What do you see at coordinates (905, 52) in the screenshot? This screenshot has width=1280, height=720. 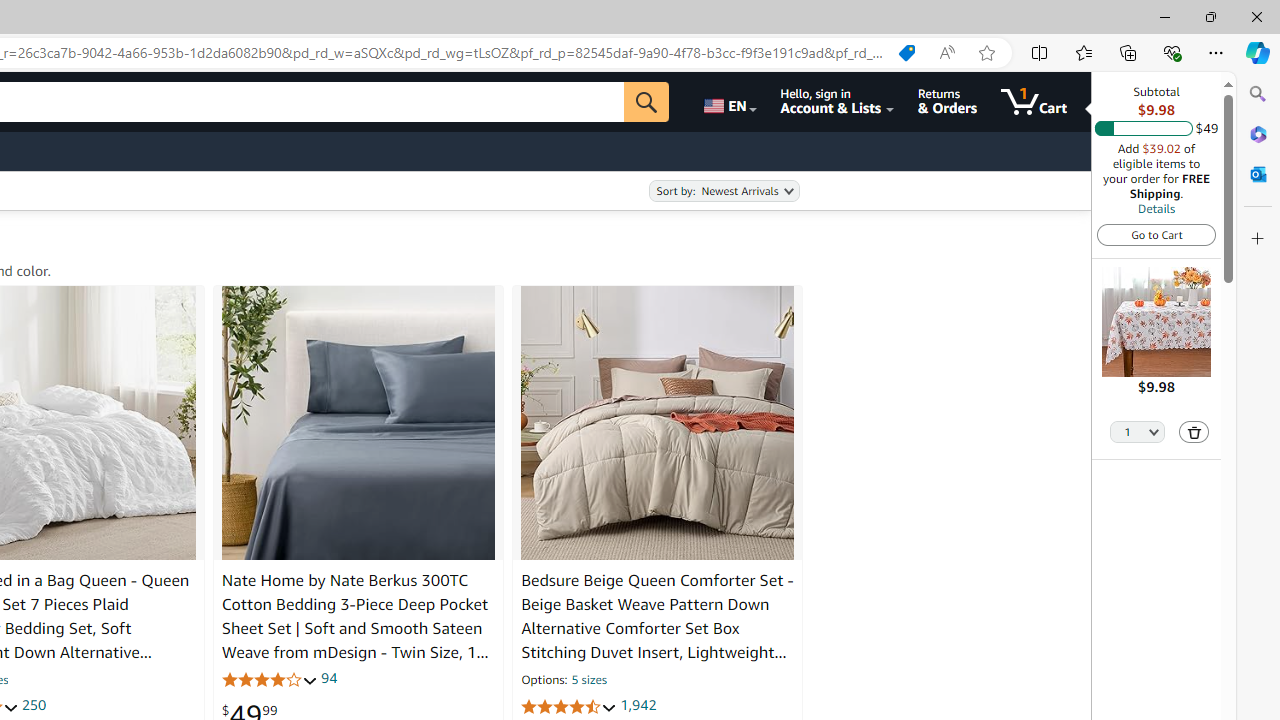 I see `'Shopping in Microsoft Edge'` at bounding box center [905, 52].